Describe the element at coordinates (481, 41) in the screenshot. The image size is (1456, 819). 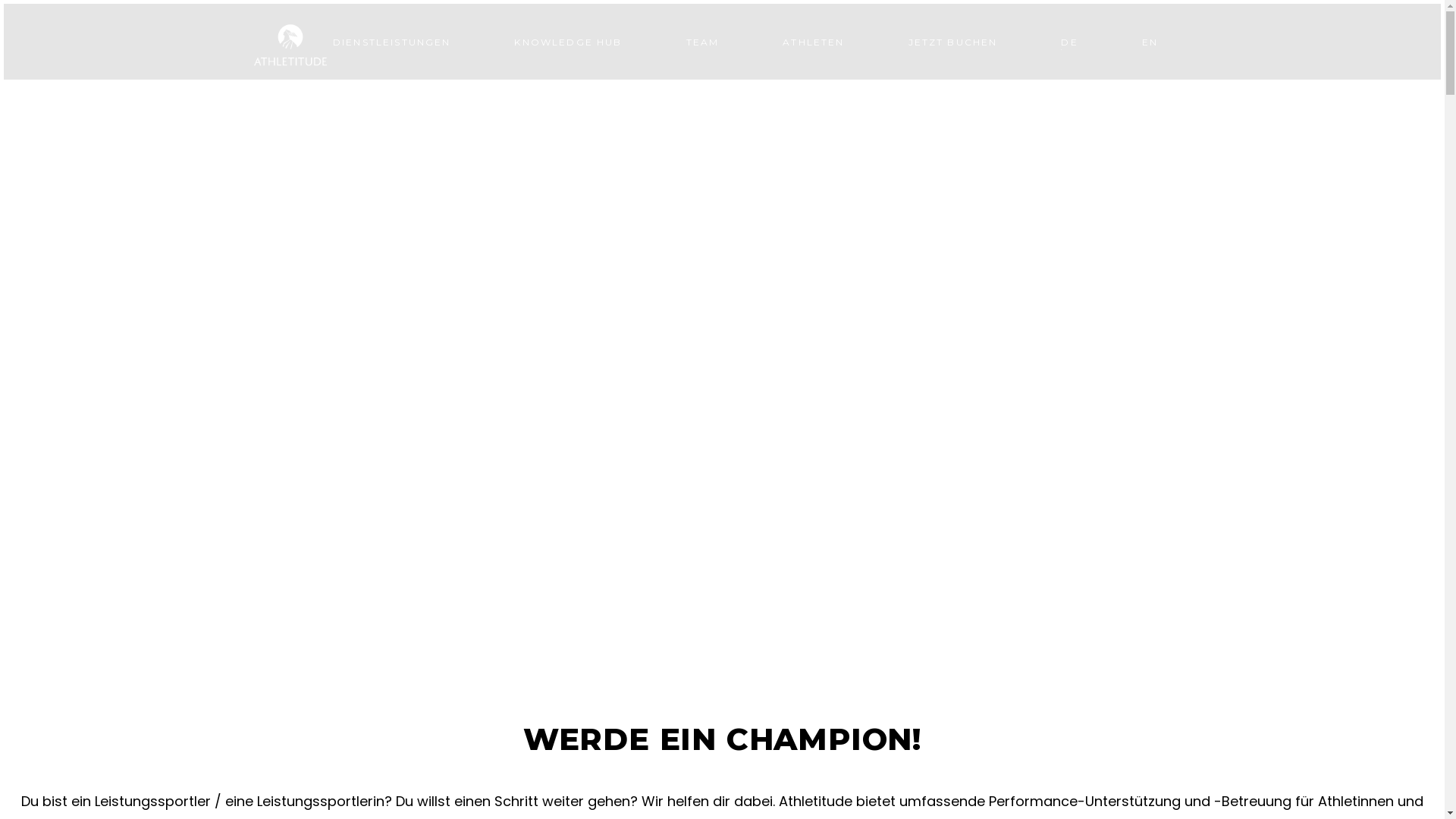
I see `'KNOWLEDGE HUB'` at that location.